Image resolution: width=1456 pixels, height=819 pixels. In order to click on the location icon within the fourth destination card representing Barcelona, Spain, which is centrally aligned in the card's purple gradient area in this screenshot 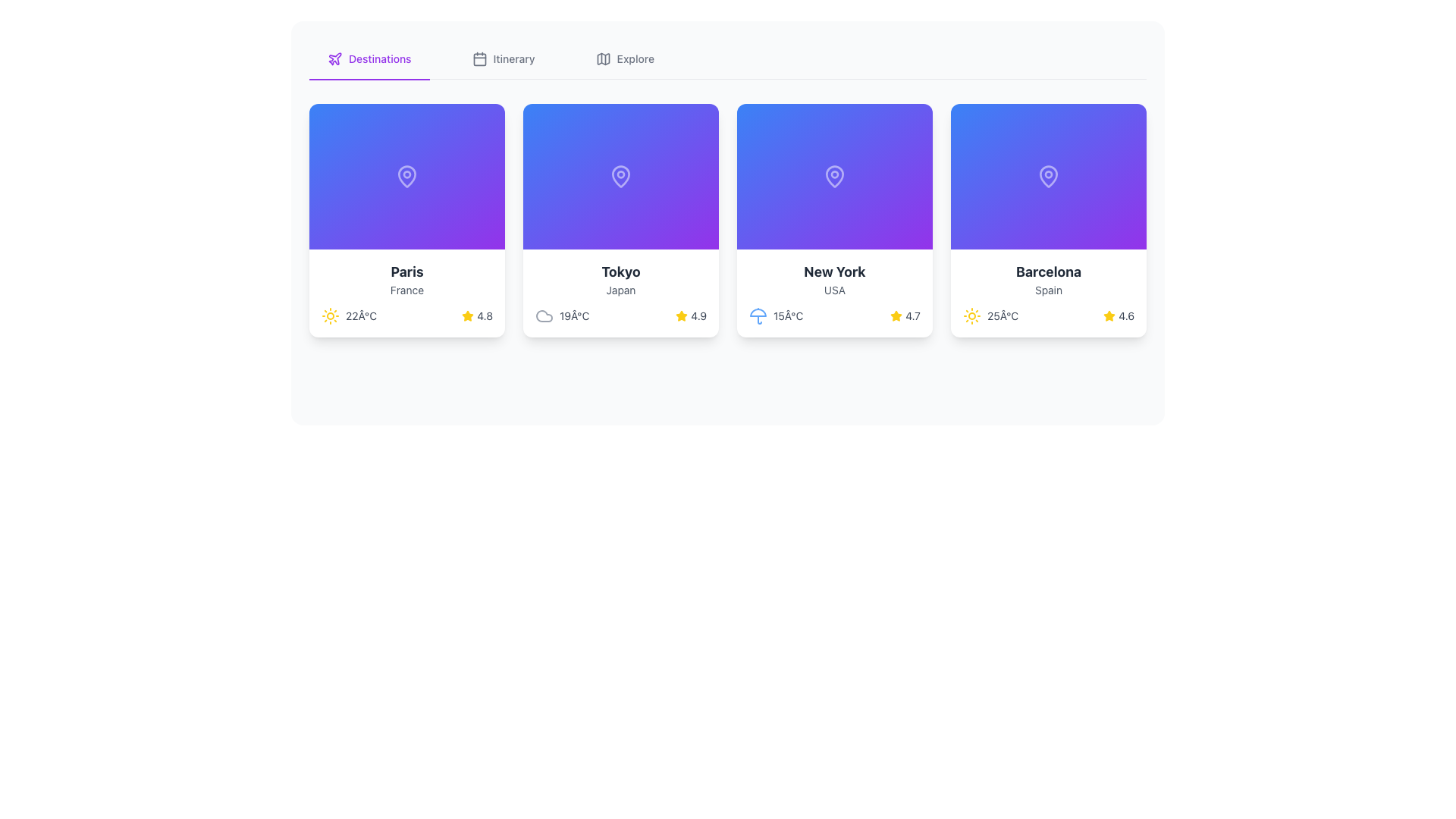, I will do `click(1047, 175)`.